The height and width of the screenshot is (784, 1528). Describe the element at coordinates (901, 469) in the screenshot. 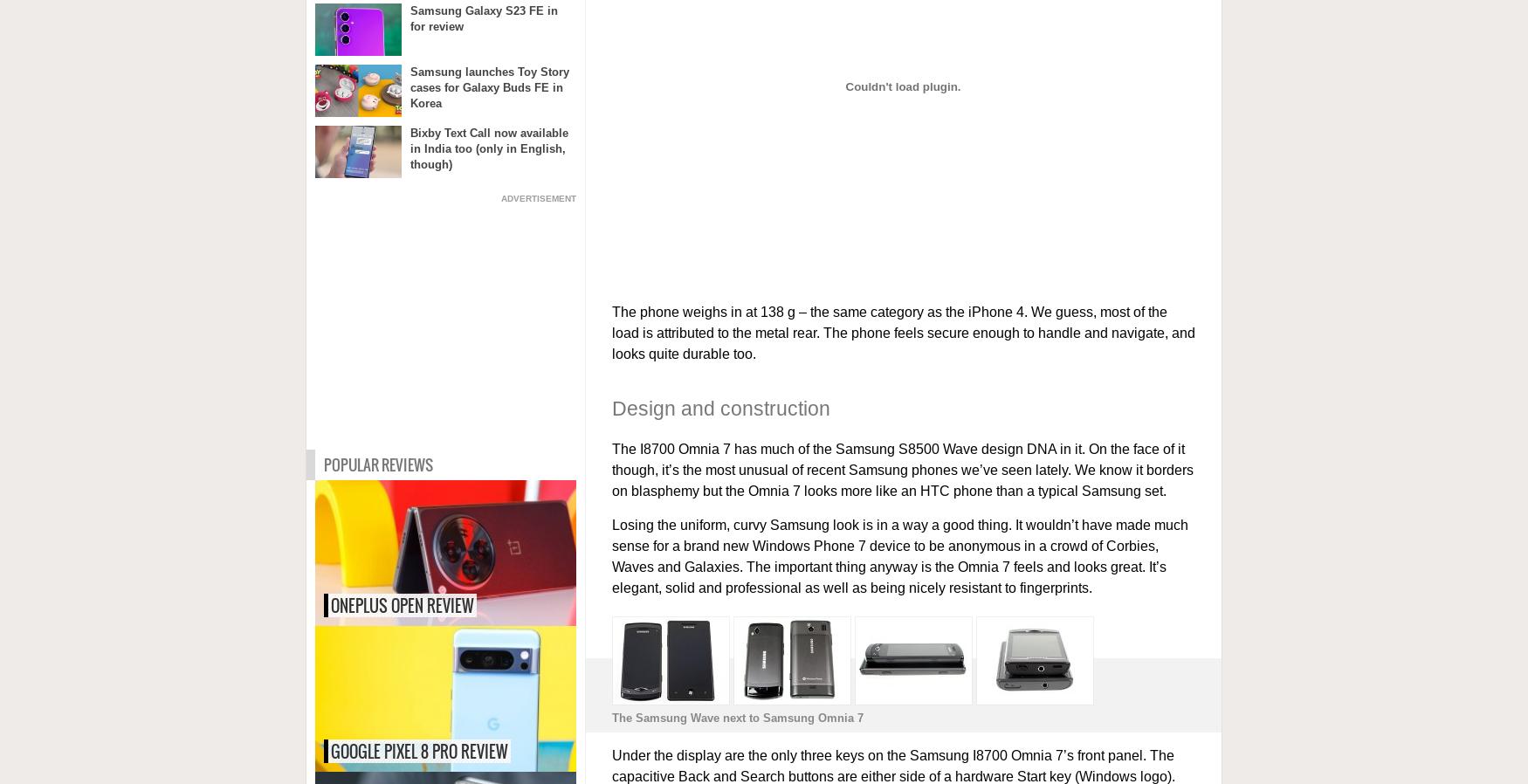

I see `'The I8700 Omnia 7 has much of the Samsung S8500 Wave design DNA in it. On the face of it though, it’s the most unusual of recent Samsung phones we’ve seen lately. We know it borders on blasphemy but the Omnia 7 looks more like an HTC phone than a typical Samsung set.'` at that location.